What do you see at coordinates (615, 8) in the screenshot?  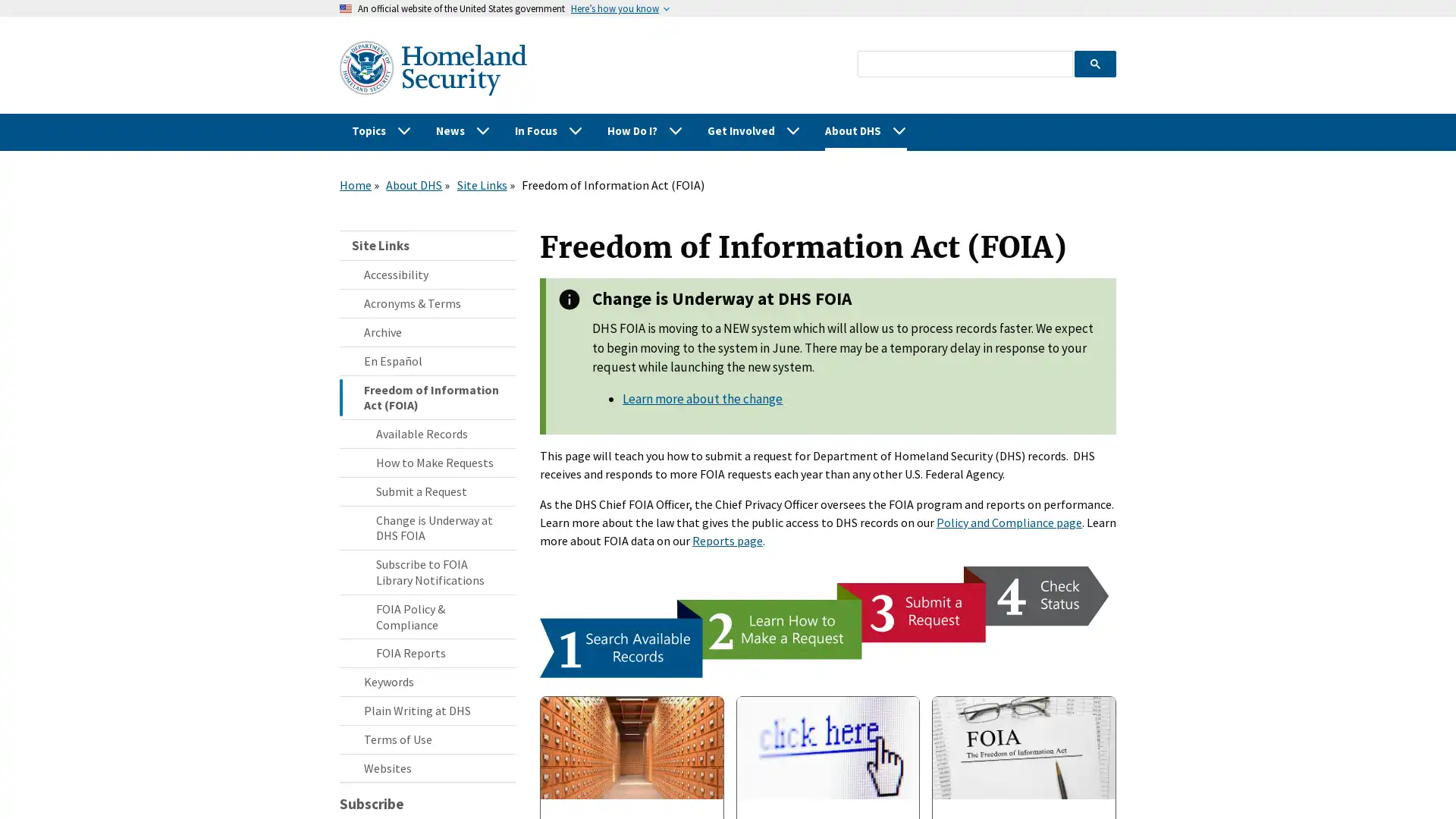 I see `Heres how you know` at bounding box center [615, 8].